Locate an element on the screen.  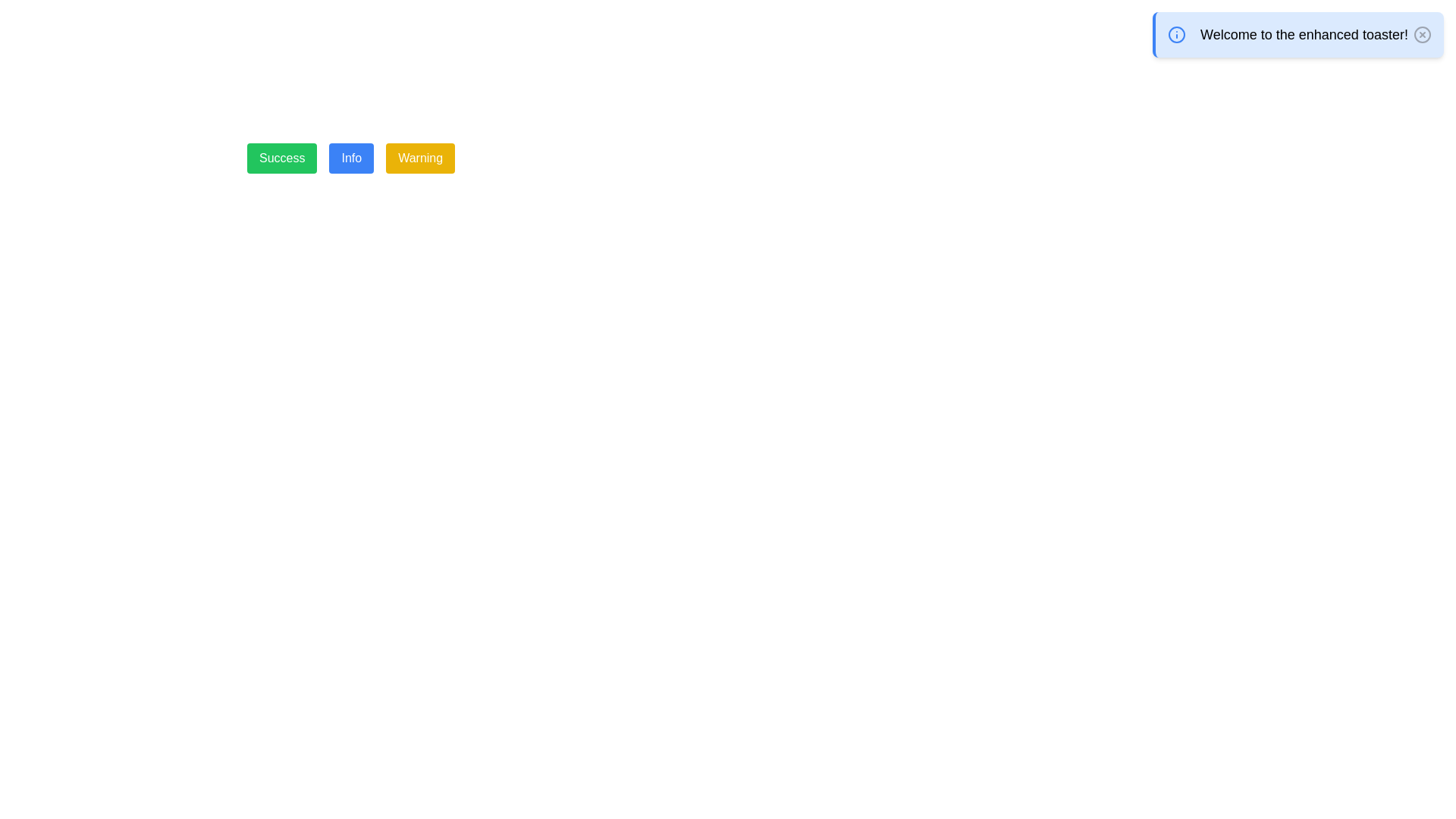
the center button located between the 'Success' button on the left and the 'Warning' button on the right is located at coordinates (350, 158).